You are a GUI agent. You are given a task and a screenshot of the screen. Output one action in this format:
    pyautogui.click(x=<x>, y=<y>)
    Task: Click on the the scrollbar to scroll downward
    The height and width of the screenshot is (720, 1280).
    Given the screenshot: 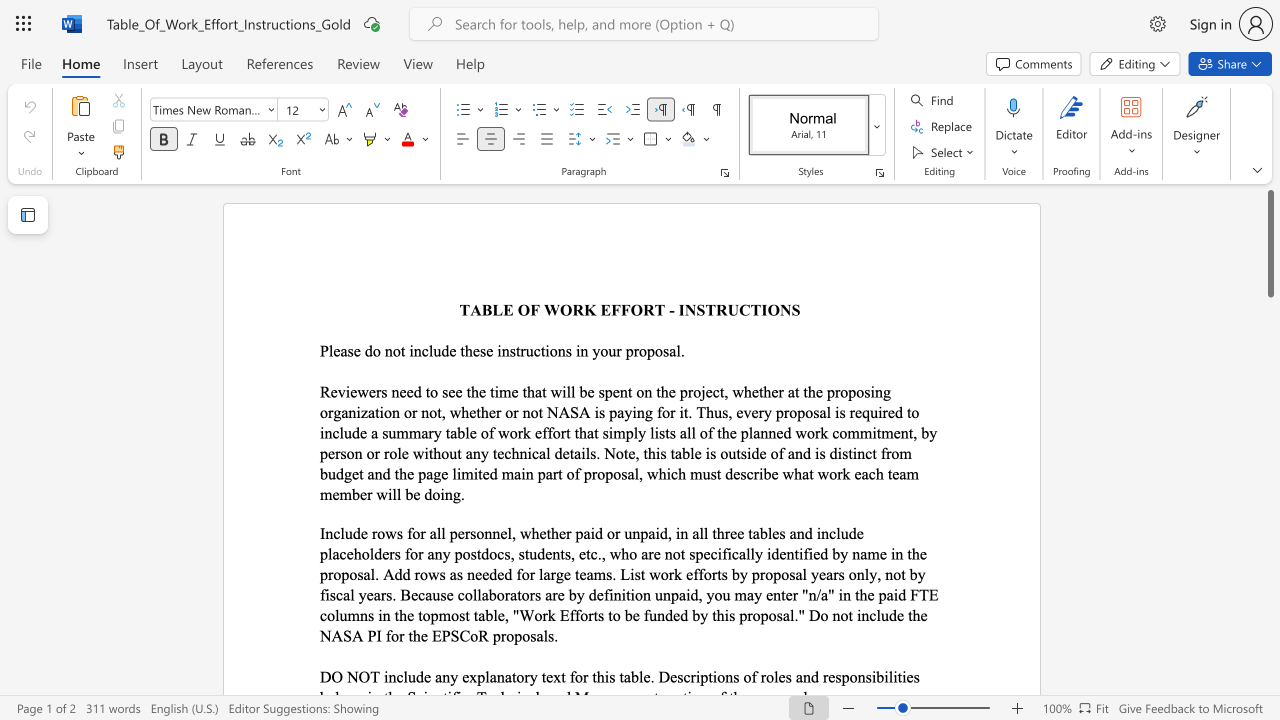 What is the action you would take?
    pyautogui.click(x=1269, y=618)
    